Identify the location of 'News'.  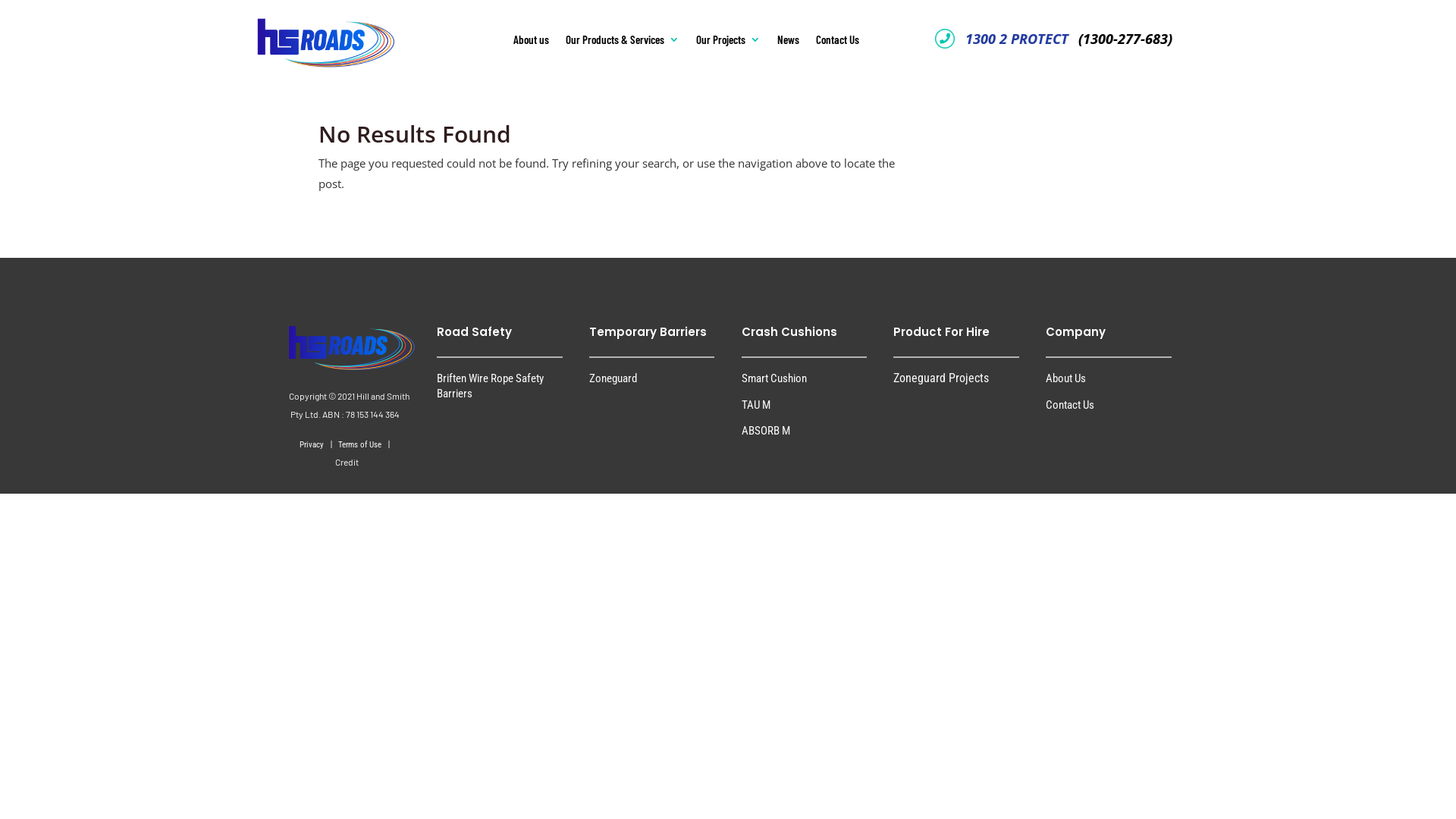
(788, 42).